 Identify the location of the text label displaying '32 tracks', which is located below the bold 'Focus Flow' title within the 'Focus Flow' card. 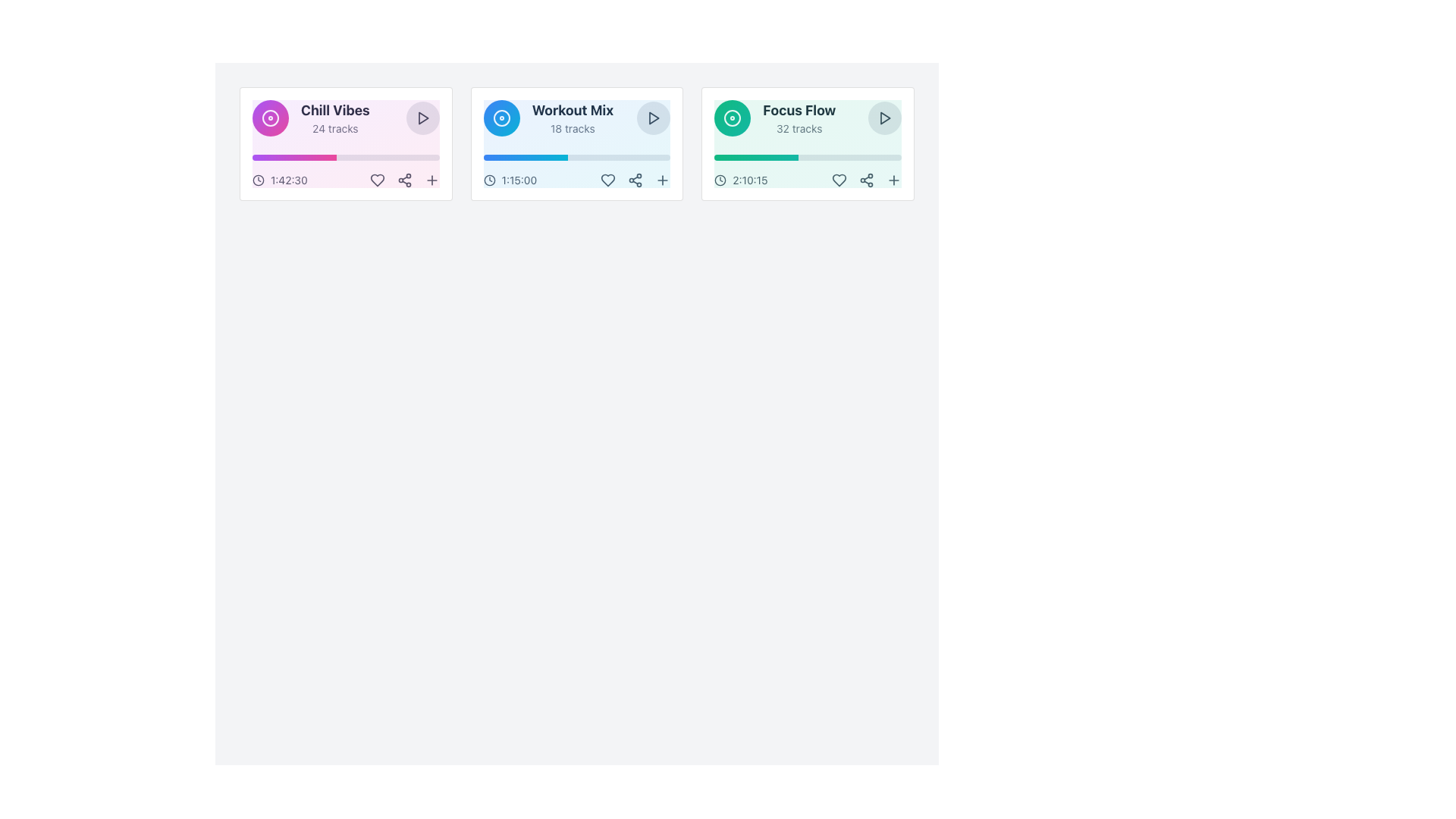
(799, 127).